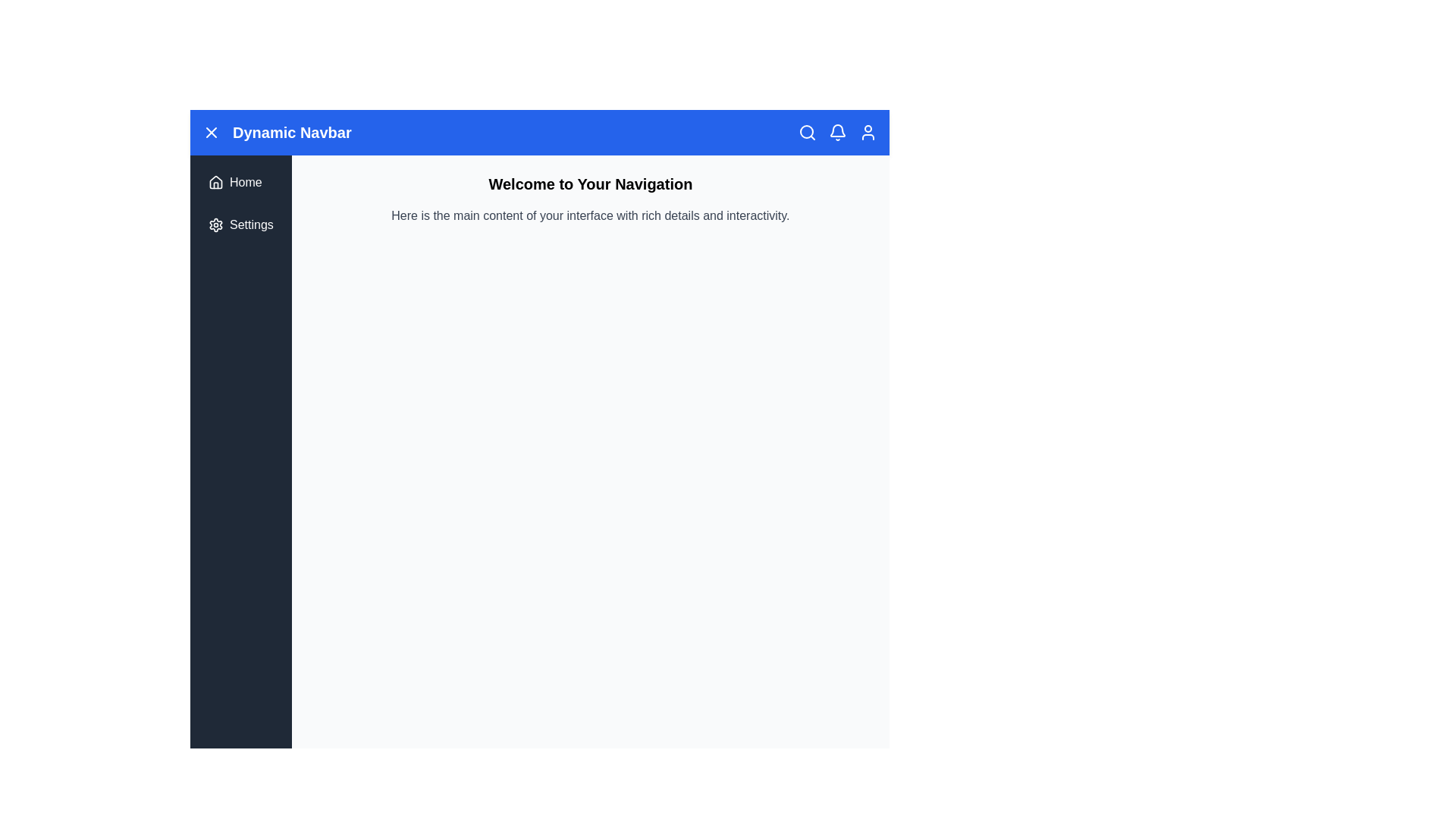 This screenshot has height=819, width=1456. I want to click on the circular SVG graphic element located on the navigation bar at the far right, so click(806, 130).